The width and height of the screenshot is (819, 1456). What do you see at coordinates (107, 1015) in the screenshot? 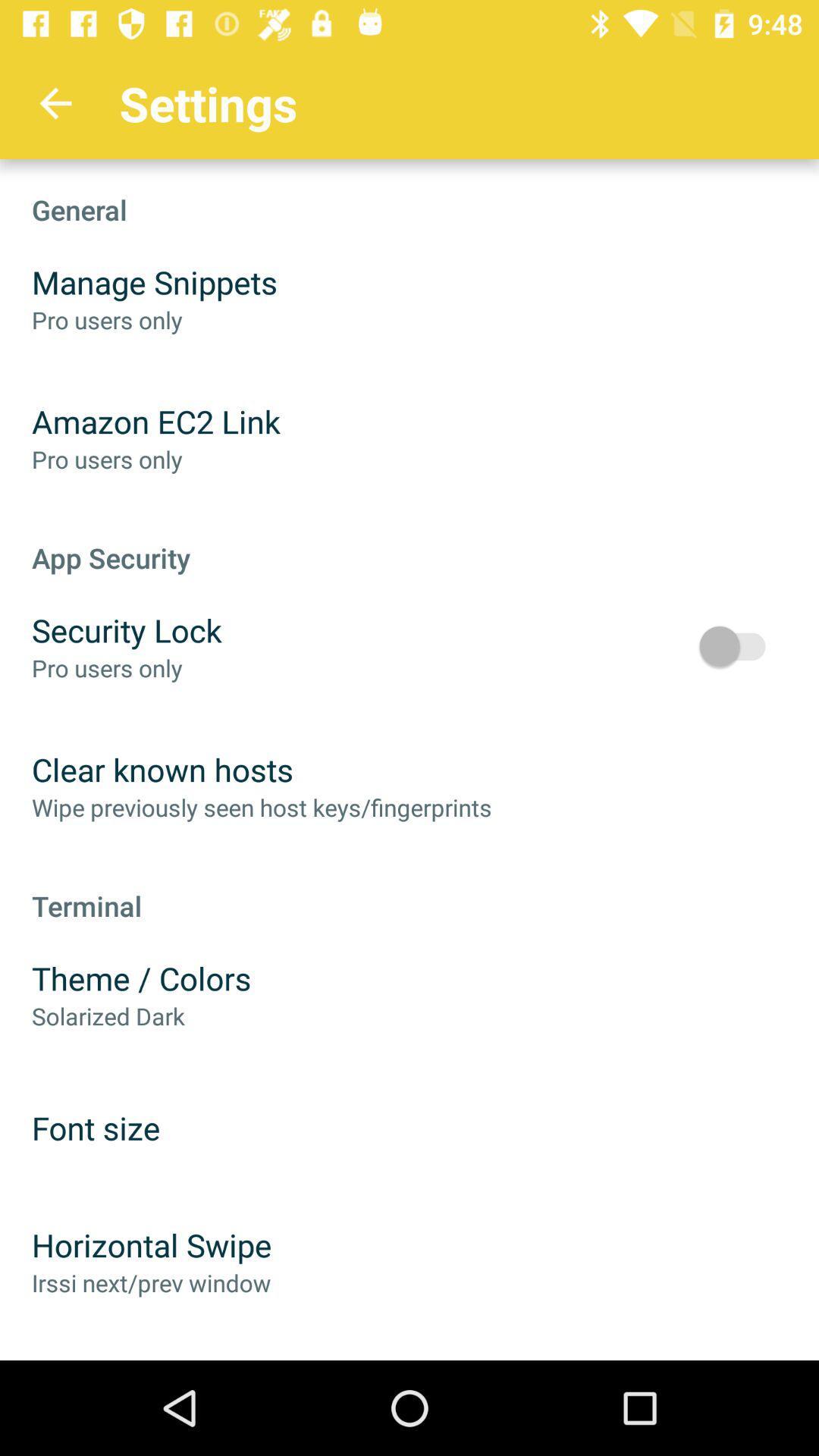
I see `item below theme / colors item` at bounding box center [107, 1015].